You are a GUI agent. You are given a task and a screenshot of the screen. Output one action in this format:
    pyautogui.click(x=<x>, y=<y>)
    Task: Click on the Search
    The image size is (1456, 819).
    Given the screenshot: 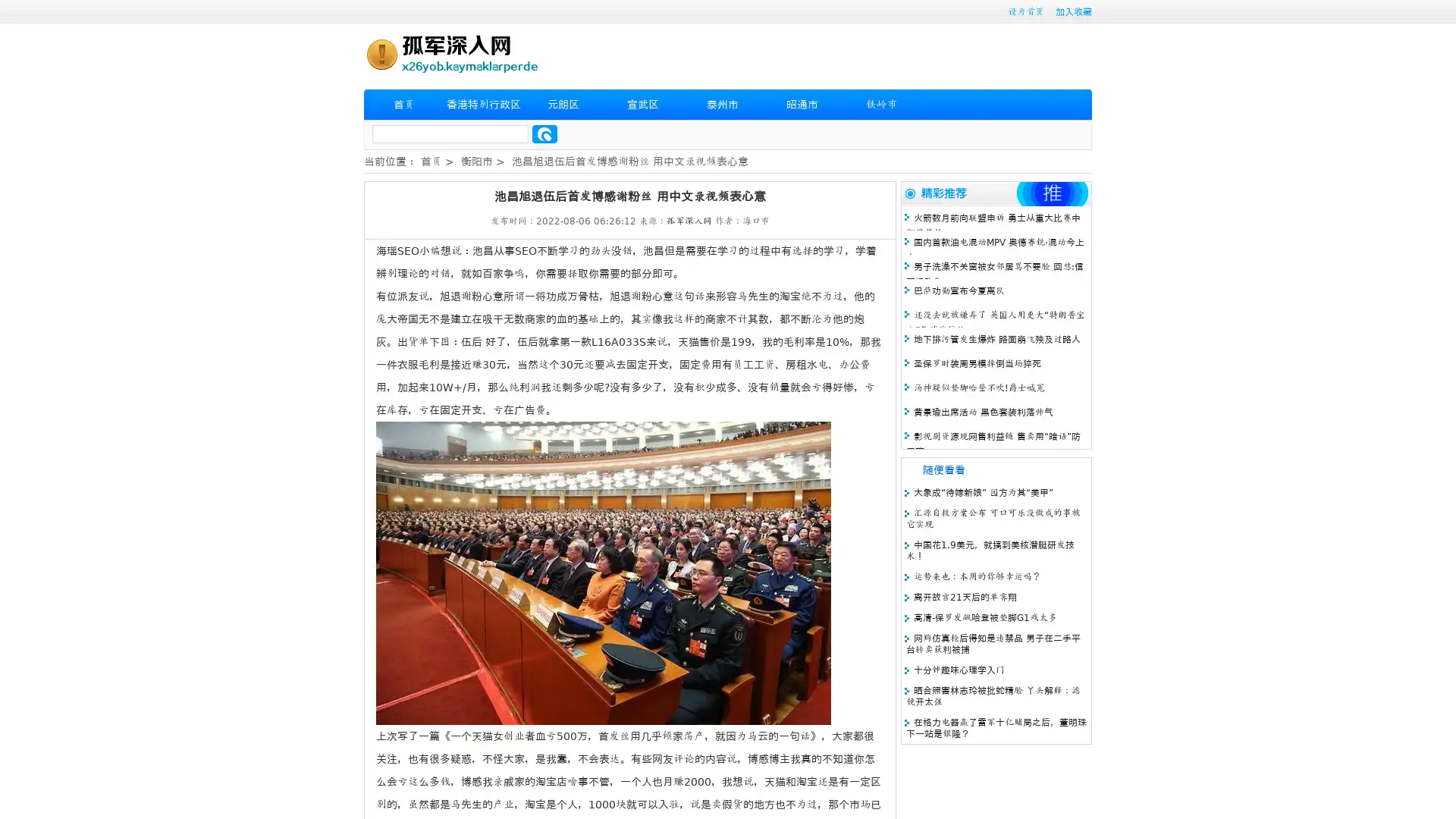 What is the action you would take?
    pyautogui.click(x=544, y=133)
    